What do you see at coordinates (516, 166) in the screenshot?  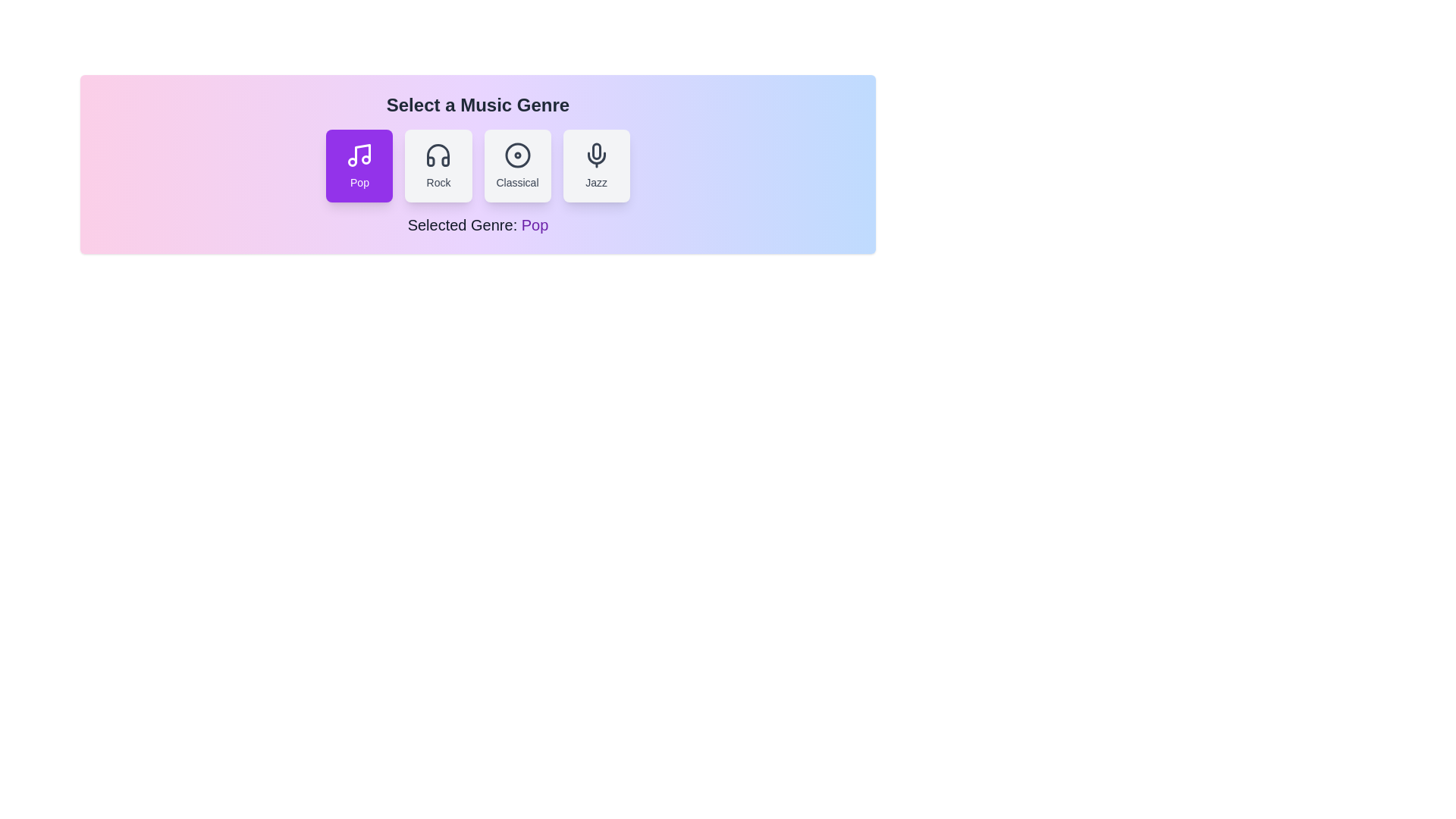 I see `the genre button labeled Classical` at bounding box center [516, 166].